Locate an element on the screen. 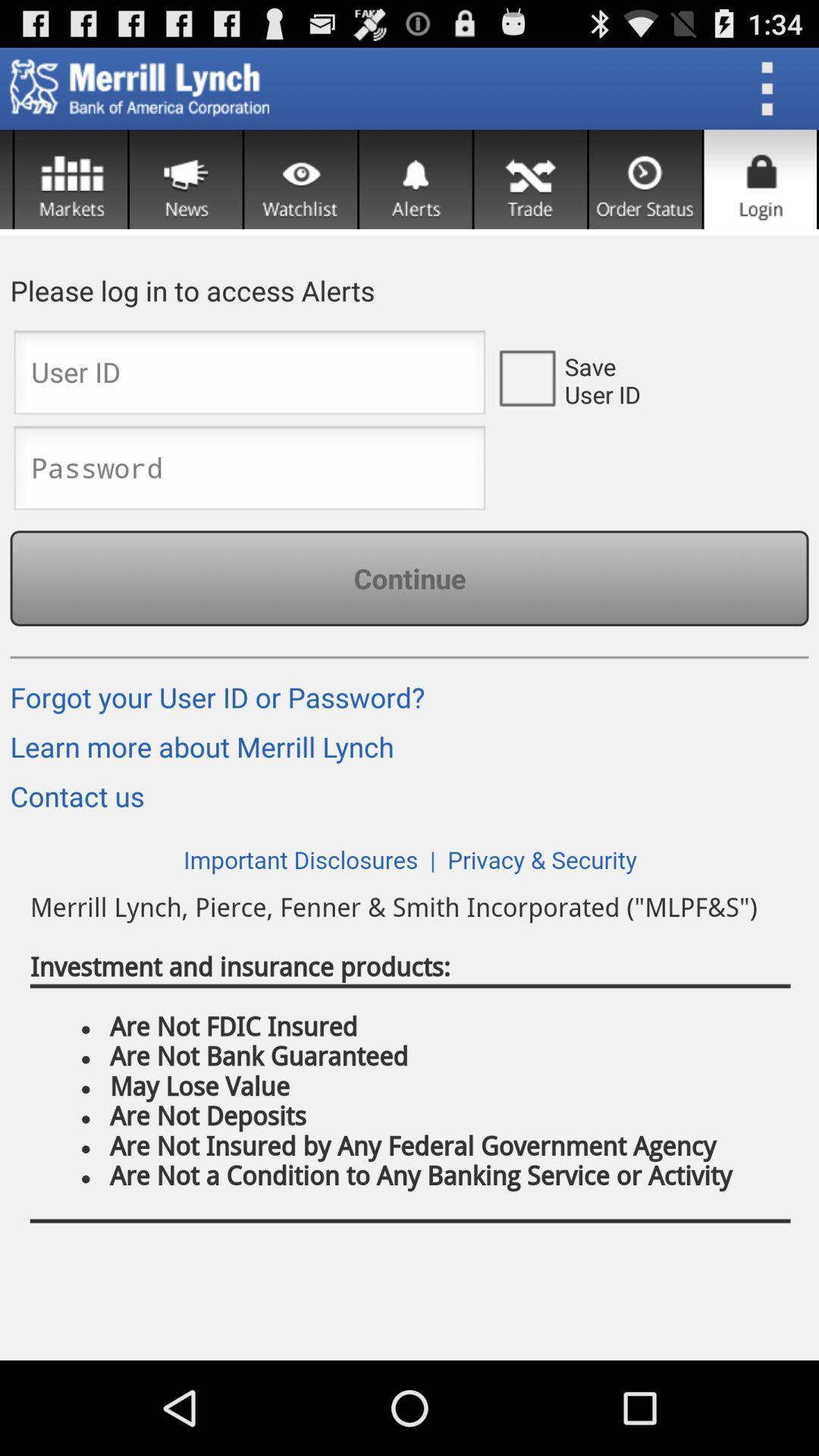 The height and width of the screenshot is (1456, 819). the three dotted icon is located at coordinates (772, 87).